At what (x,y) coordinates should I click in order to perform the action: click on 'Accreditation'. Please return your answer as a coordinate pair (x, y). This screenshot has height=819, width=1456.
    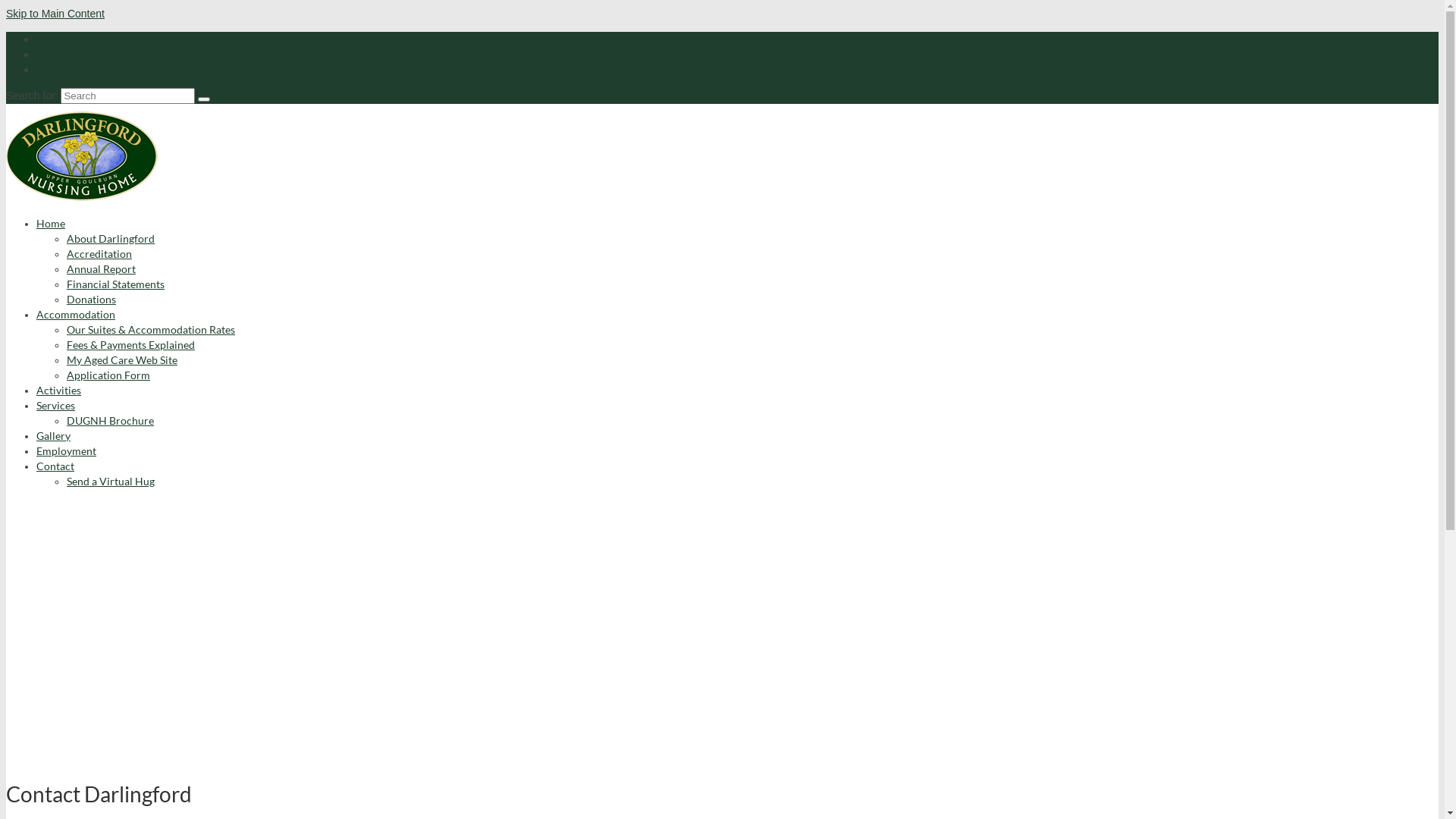
    Looking at the image, I should click on (98, 253).